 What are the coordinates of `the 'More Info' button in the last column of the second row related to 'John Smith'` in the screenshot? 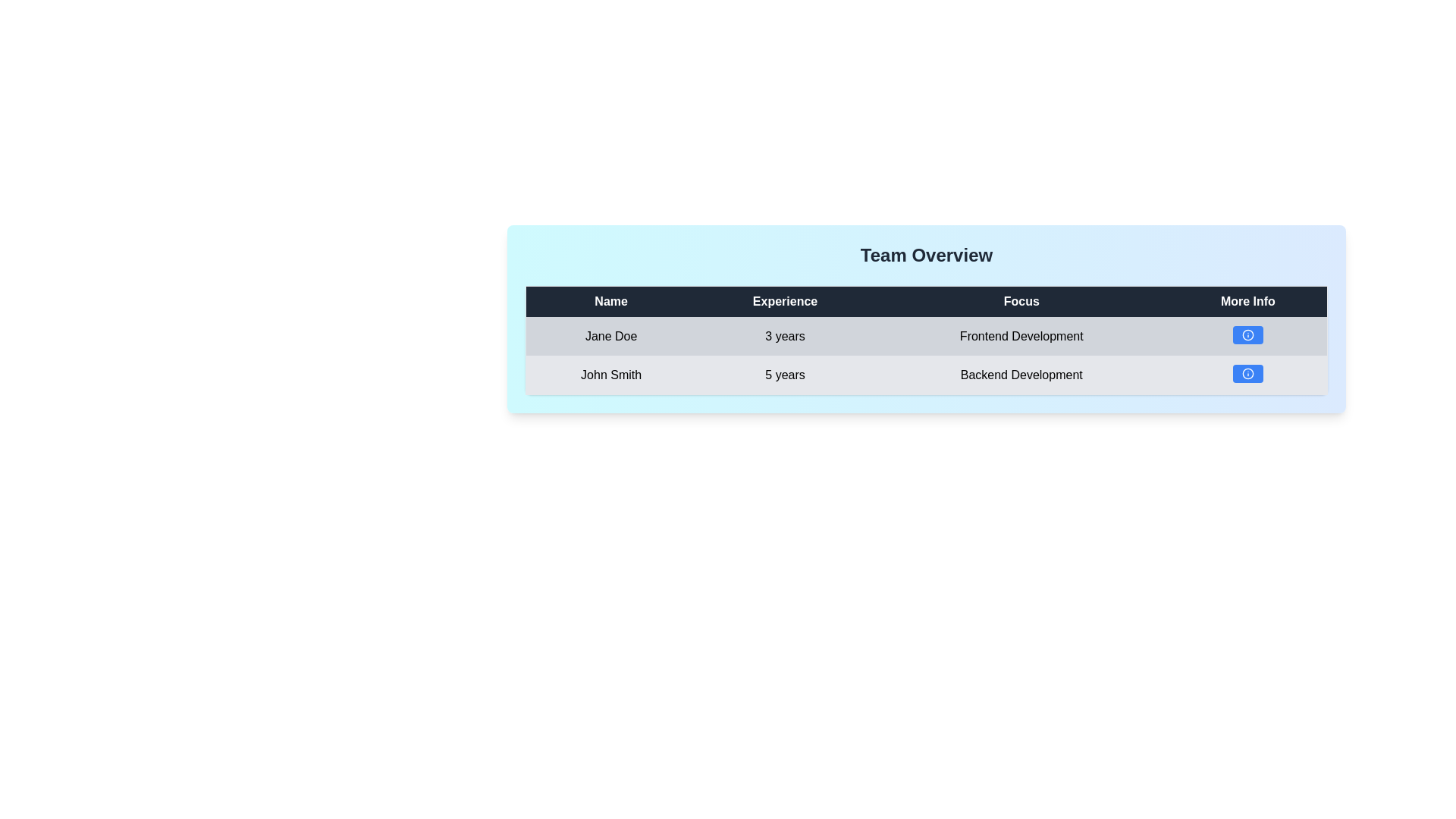 It's located at (1248, 375).